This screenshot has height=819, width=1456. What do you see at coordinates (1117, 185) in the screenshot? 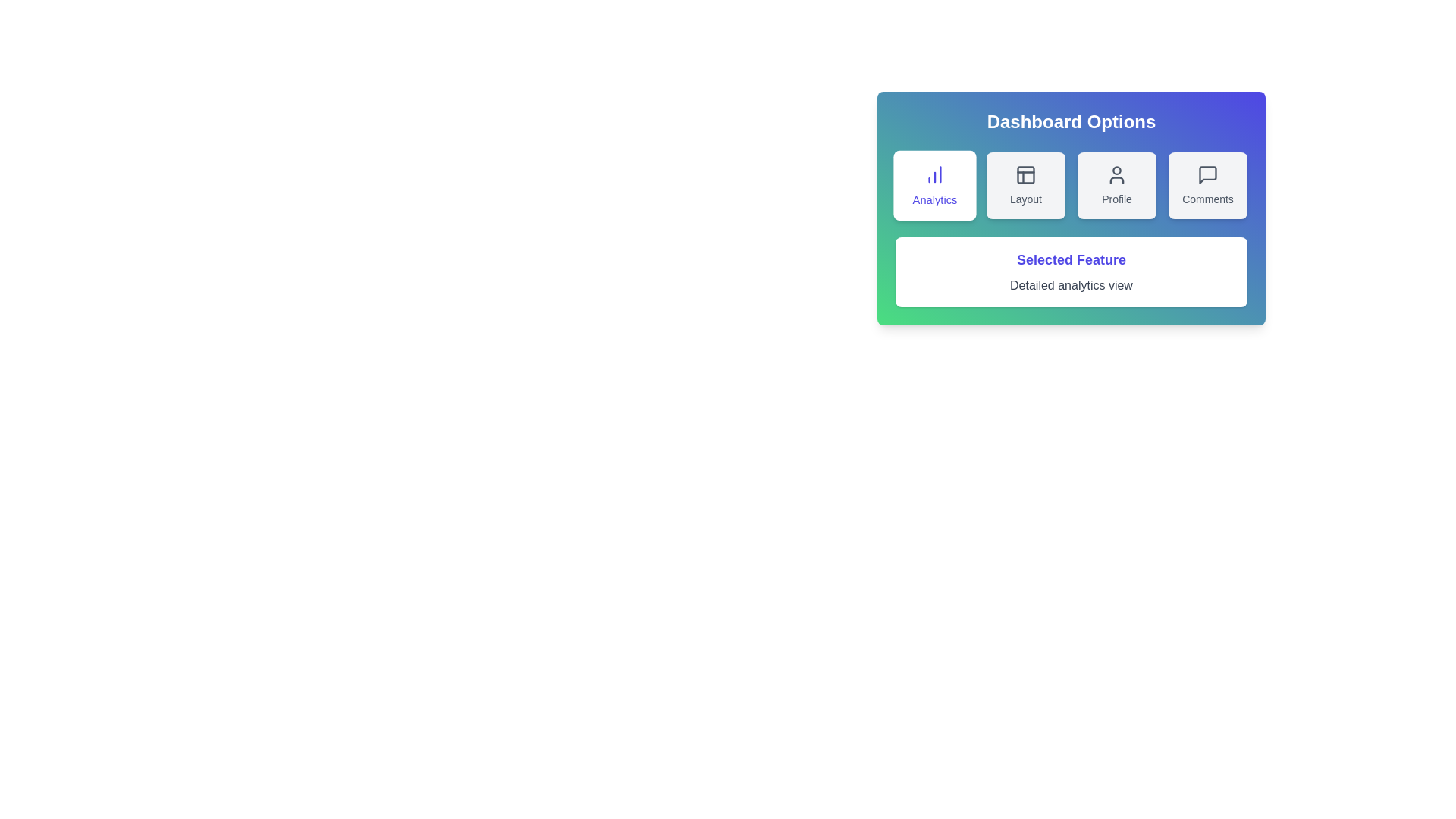
I see `the Profile button to select the respective dashboard option` at bounding box center [1117, 185].